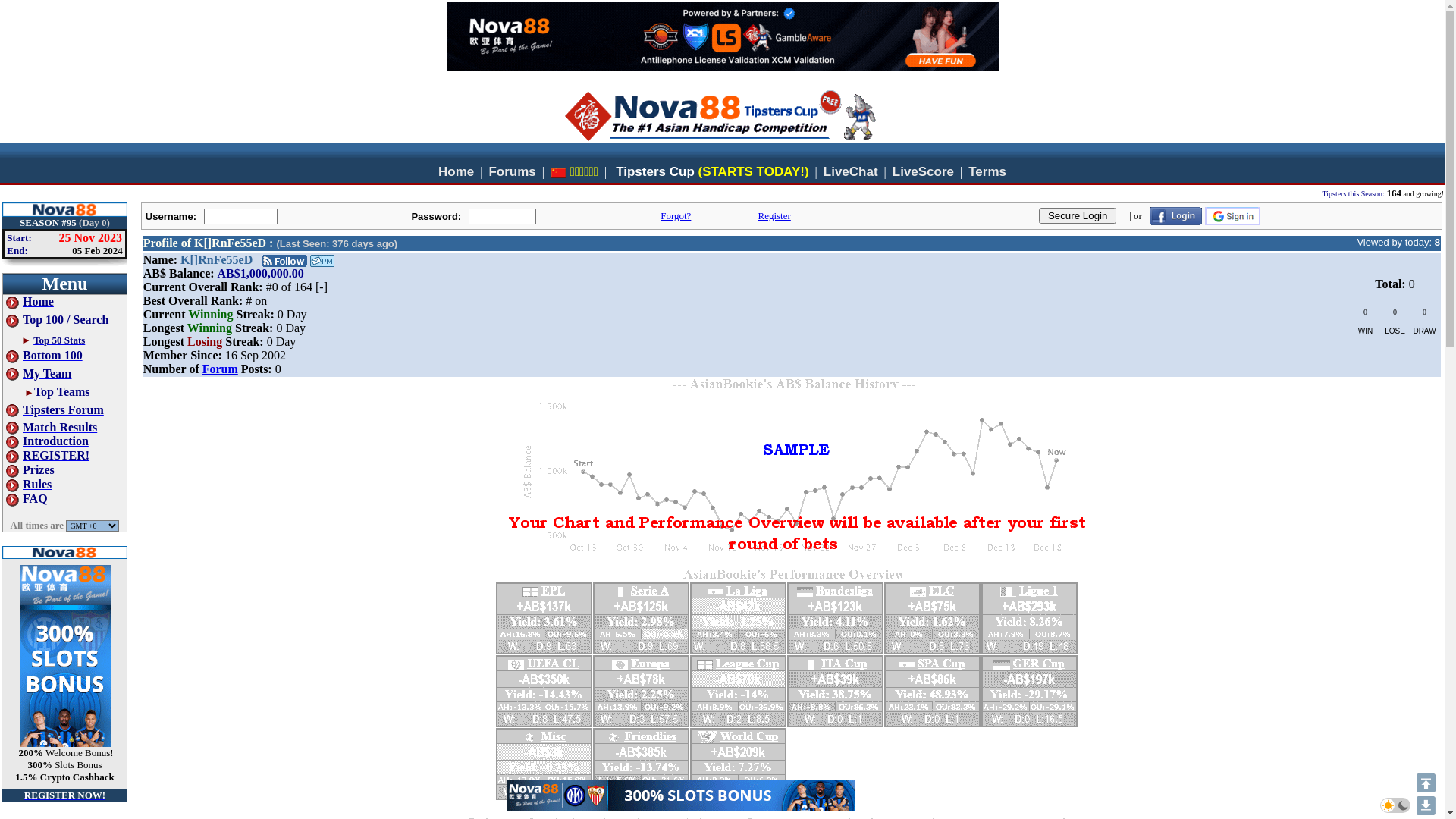  I want to click on ' Secure Login ', so click(1076, 215).